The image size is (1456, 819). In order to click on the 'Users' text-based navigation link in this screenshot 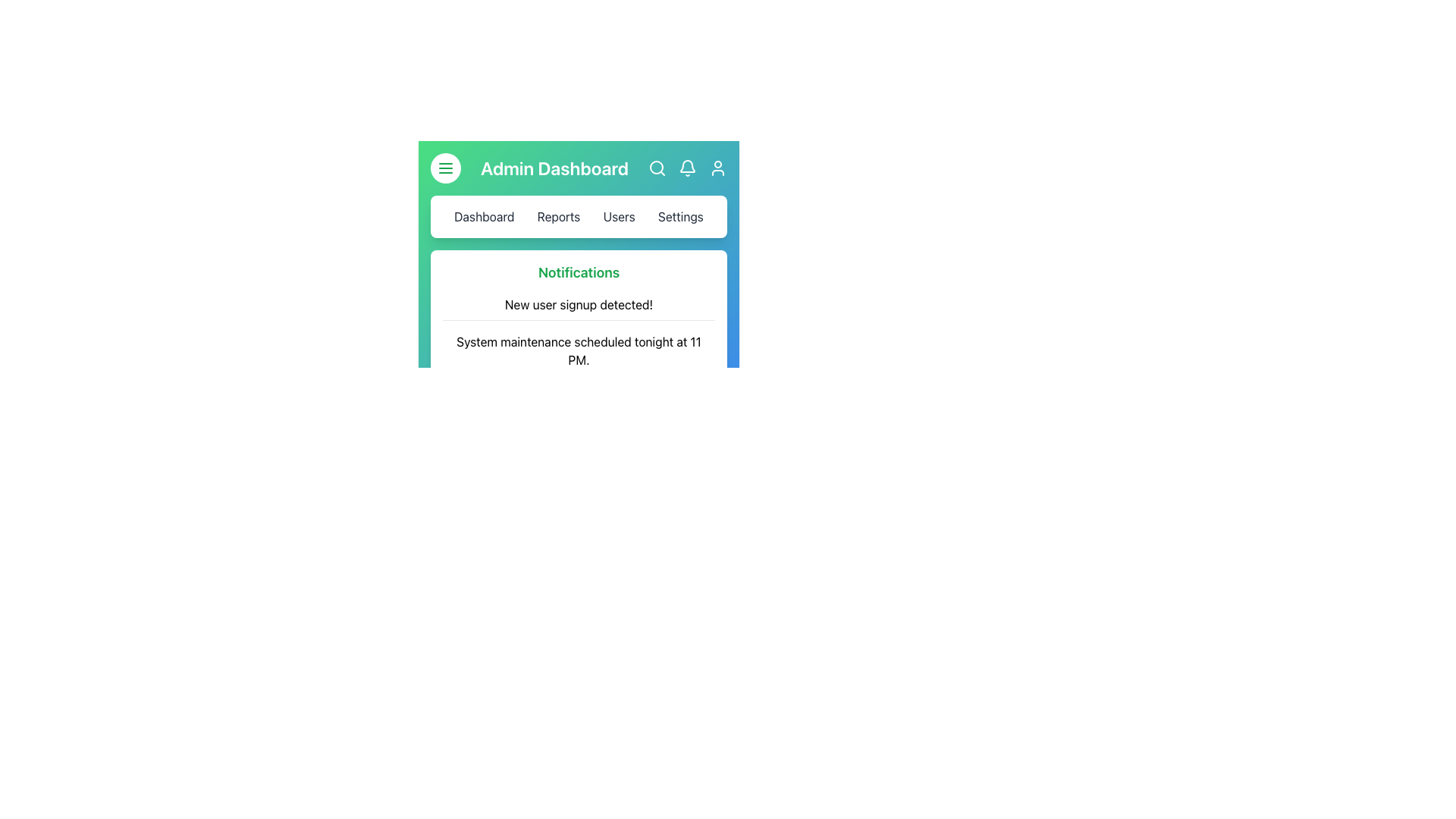, I will do `click(619, 216)`.